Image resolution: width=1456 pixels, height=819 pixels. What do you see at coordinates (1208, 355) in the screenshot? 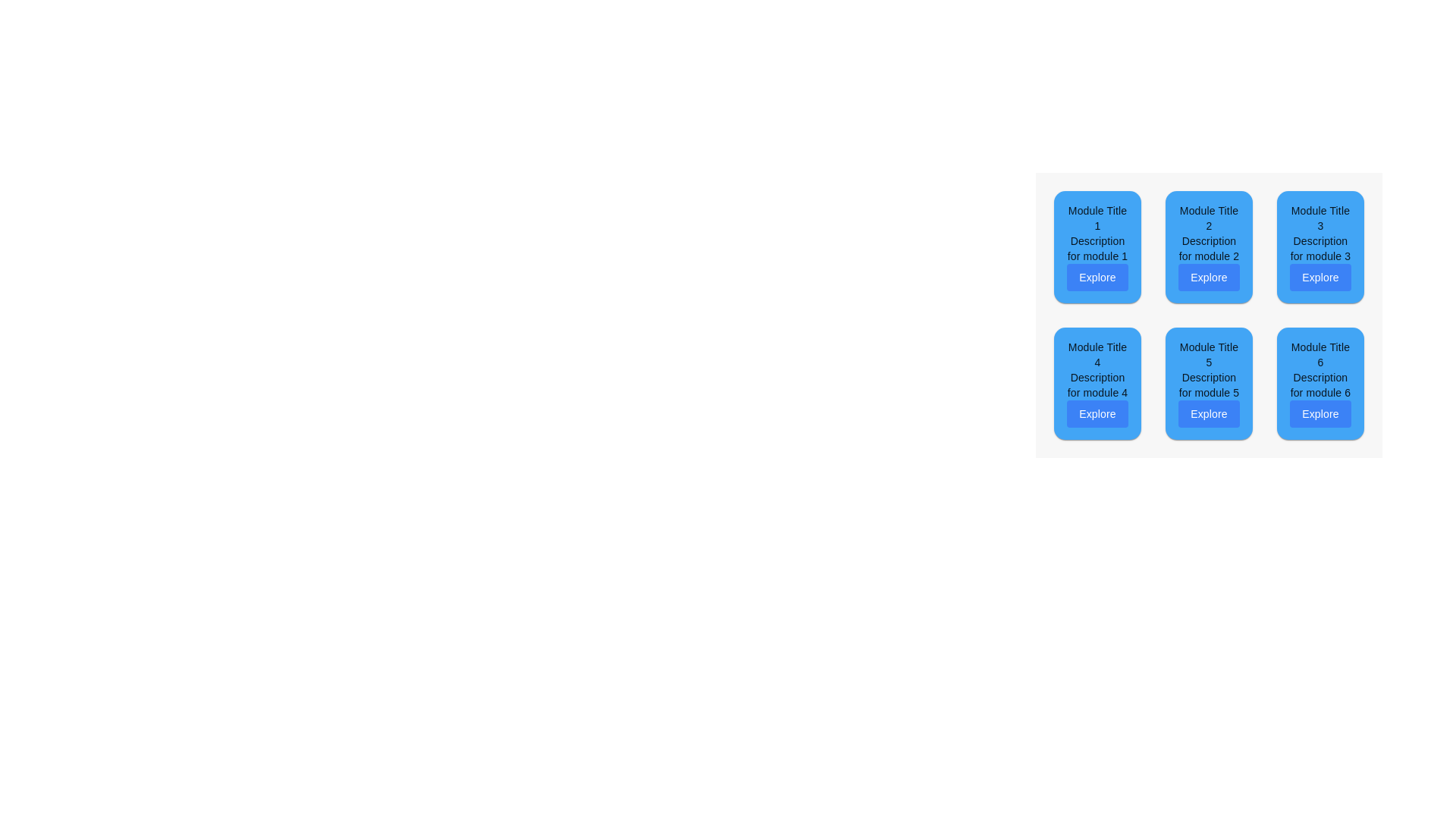
I see `the static text label element displaying 'Module Title 5', which is positioned at the top of the second card in the six-card grid layout` at bounding box center [1208, 355].